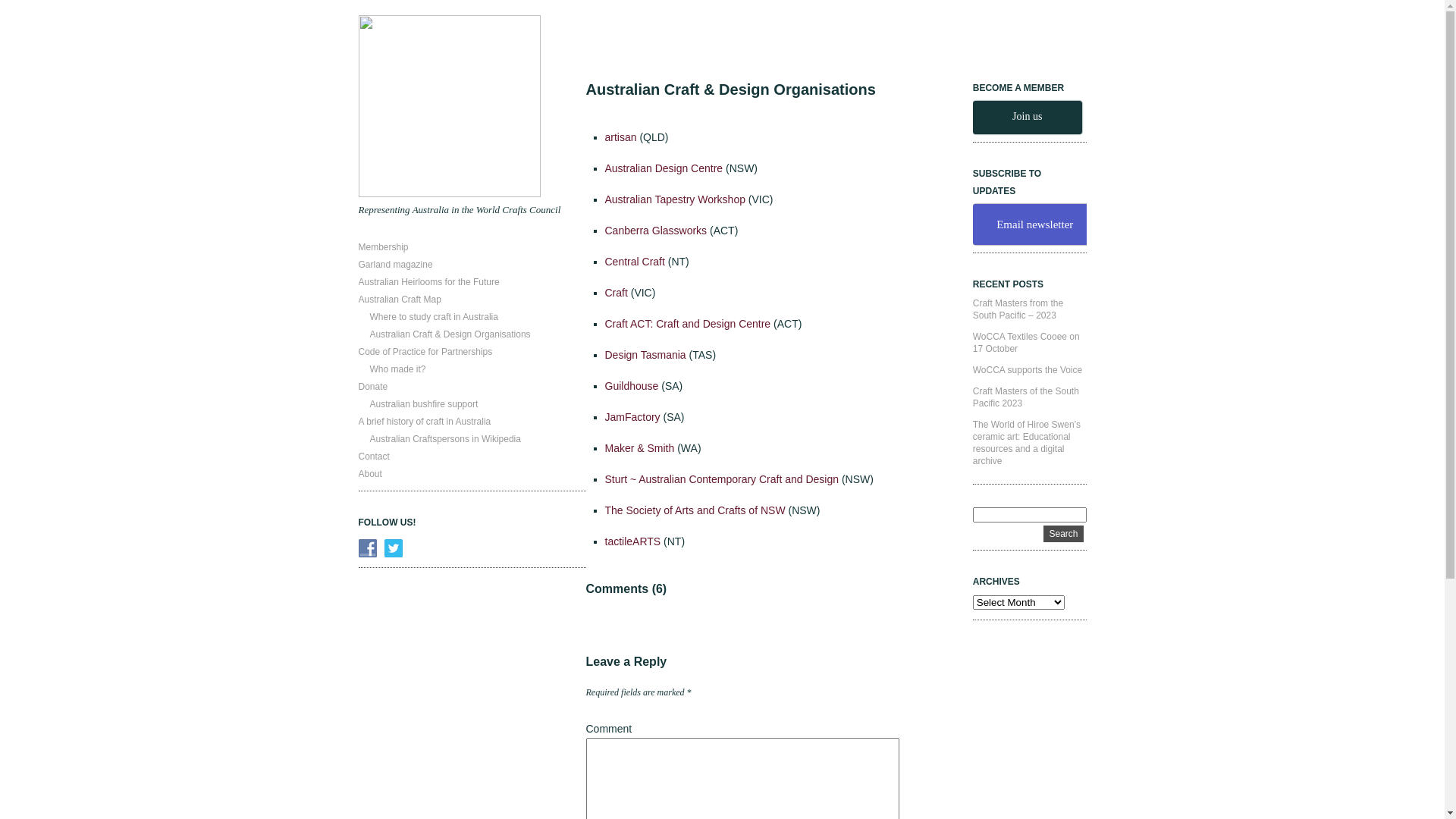  I want to click on 'A brief history of craft in Australia', so click(424, 421).